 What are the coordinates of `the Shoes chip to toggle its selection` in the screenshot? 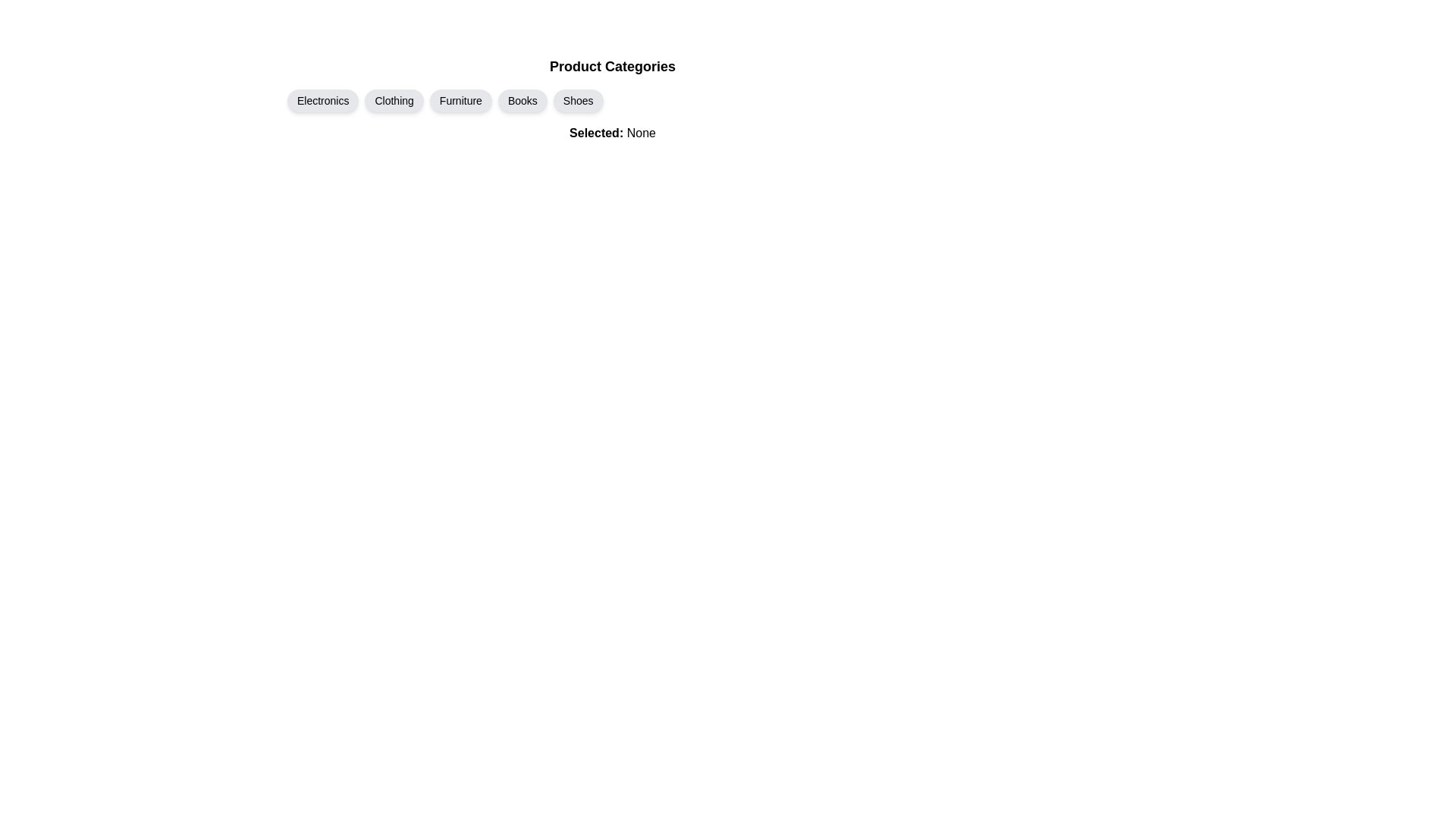 It's located at (578, 100).